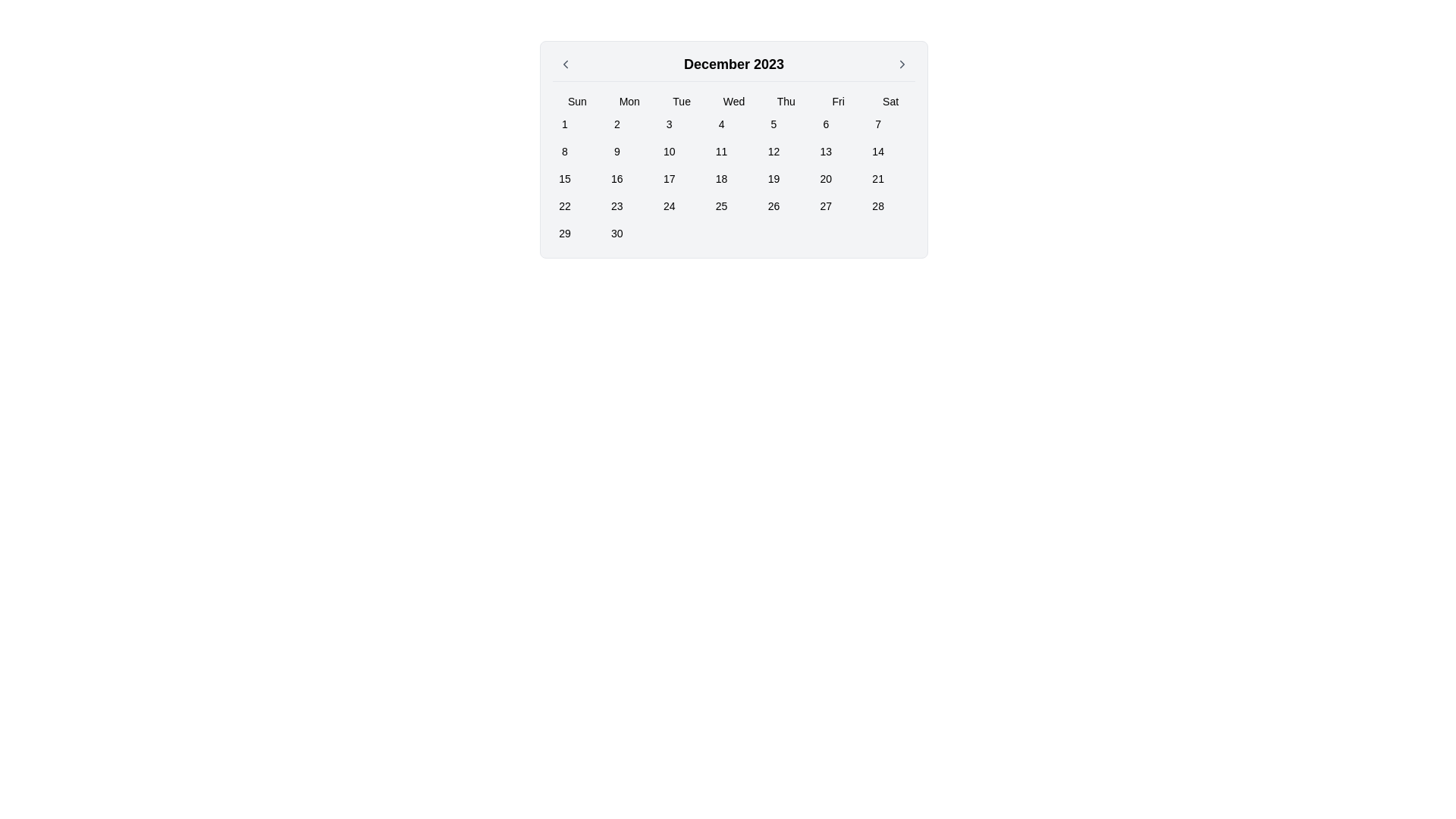 The height and width of the screenshot is (819, 1456). Describe the element at coordinates (617, 152) in the screenshot. I see `the button representing the ninth date of December 2023 in the calendar, located in the second column of the second row under 'Mon'` at that location.